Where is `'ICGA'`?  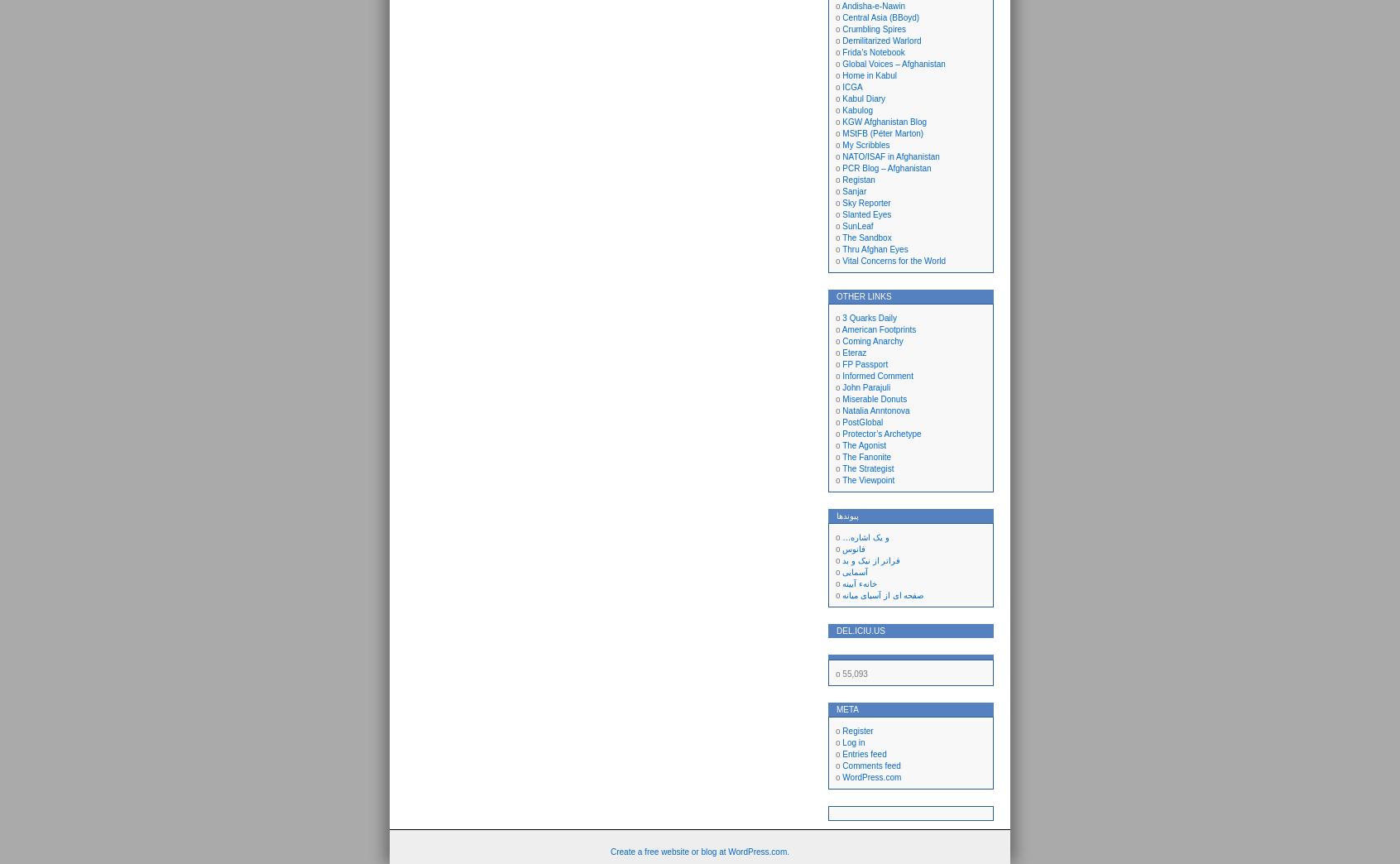 'ICGA' is located at coordinates (851, 87).